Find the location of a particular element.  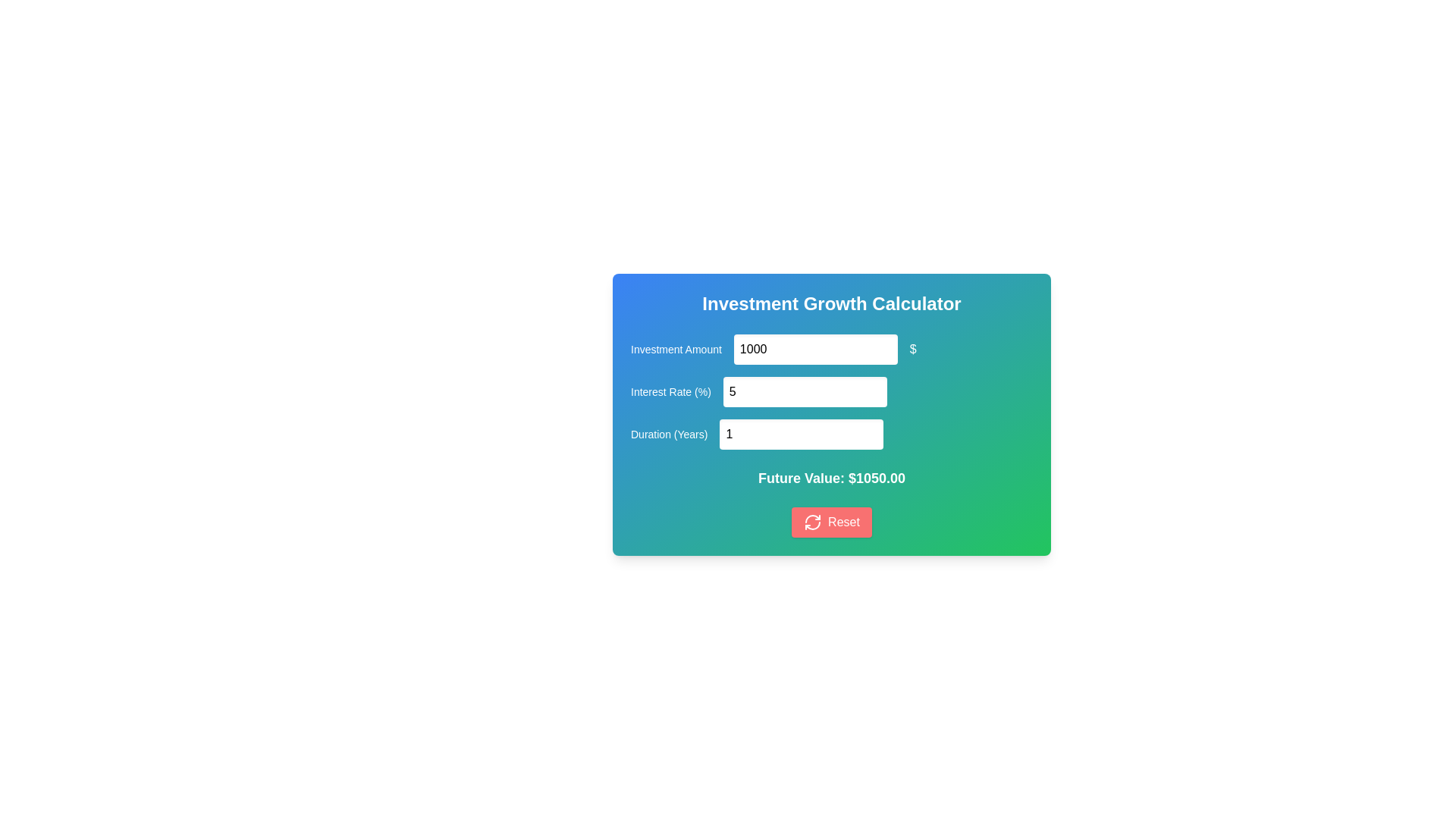

the reset icon located inside the Reset button at the bottom of the calculator card, which visually represents the reset action is located at coordinates (812, 522).